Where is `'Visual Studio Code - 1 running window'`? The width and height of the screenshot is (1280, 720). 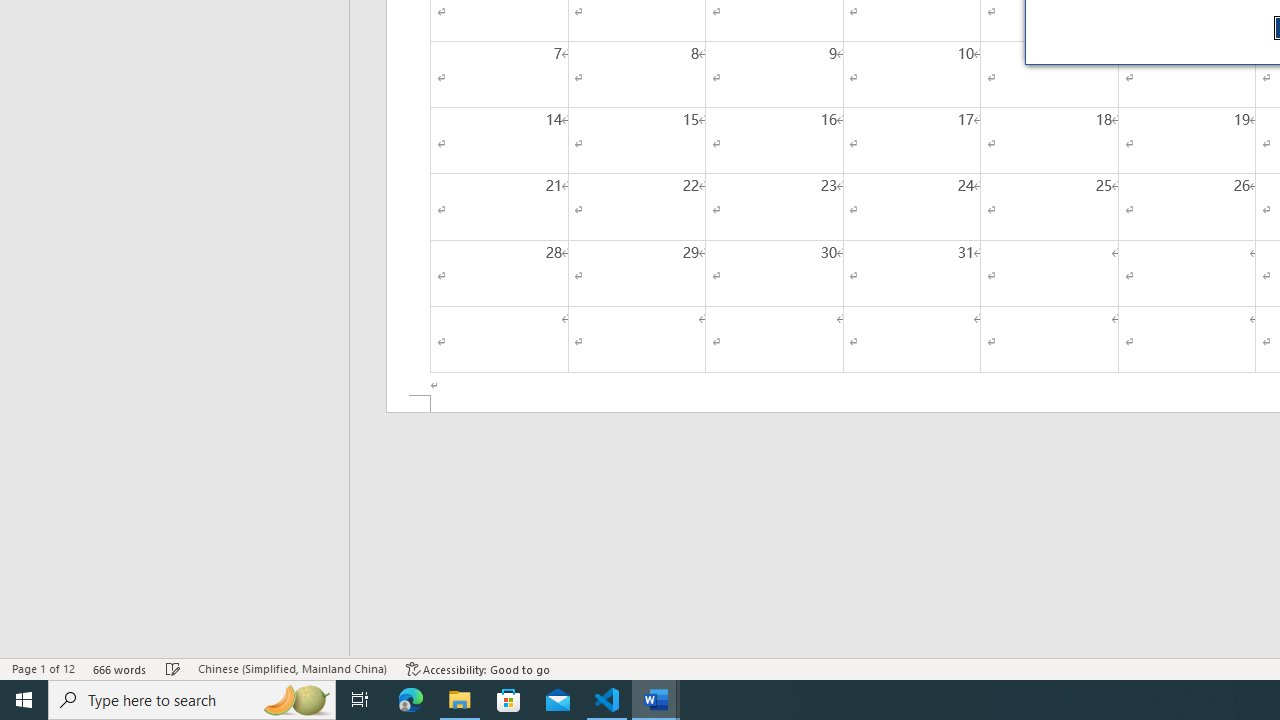 'Visual Studio Code - 1 running window' is located at coordinates (606, 698).